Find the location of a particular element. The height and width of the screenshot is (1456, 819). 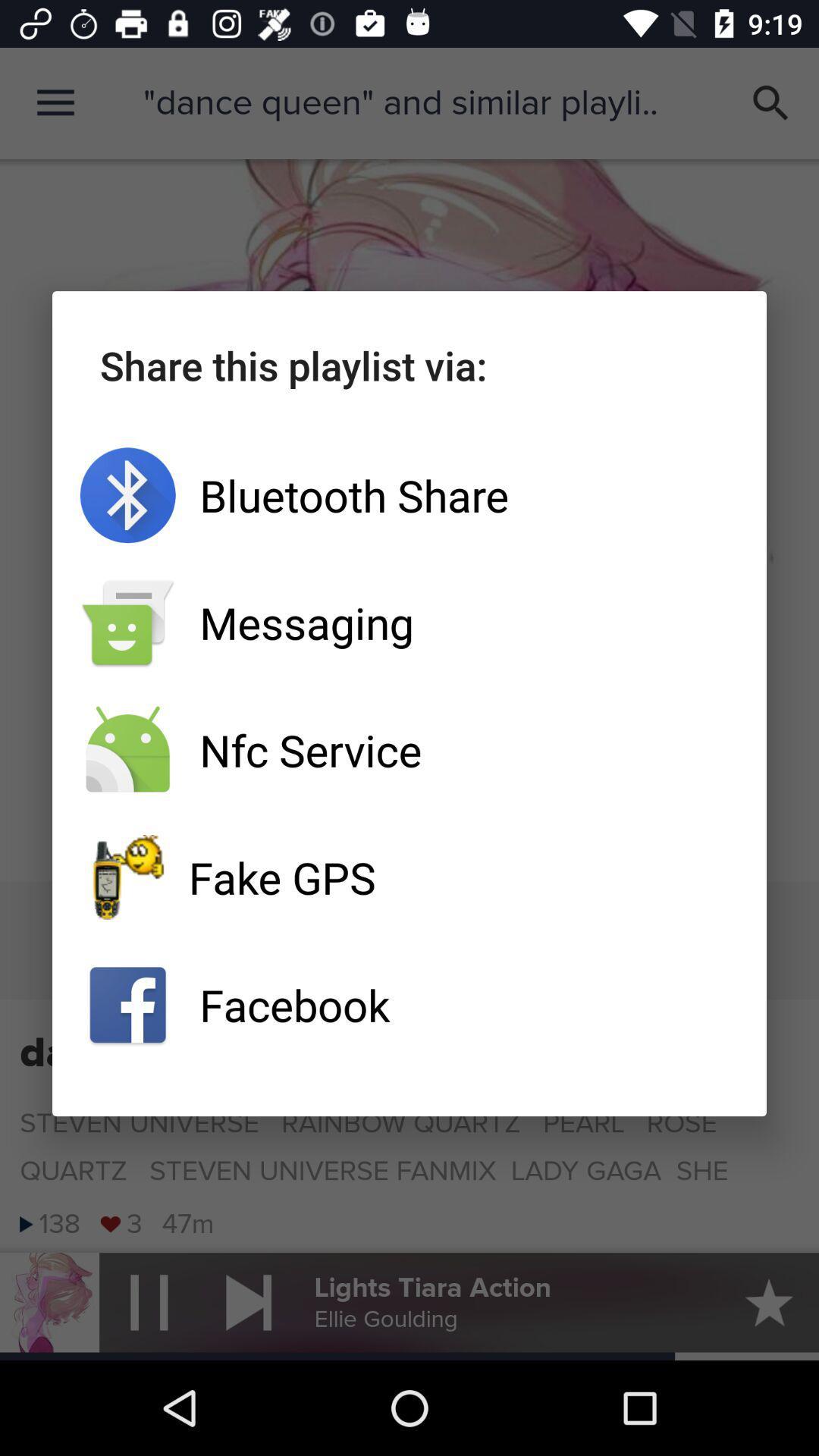

the item below the nfc service icon is located at coordinates (409, 877).